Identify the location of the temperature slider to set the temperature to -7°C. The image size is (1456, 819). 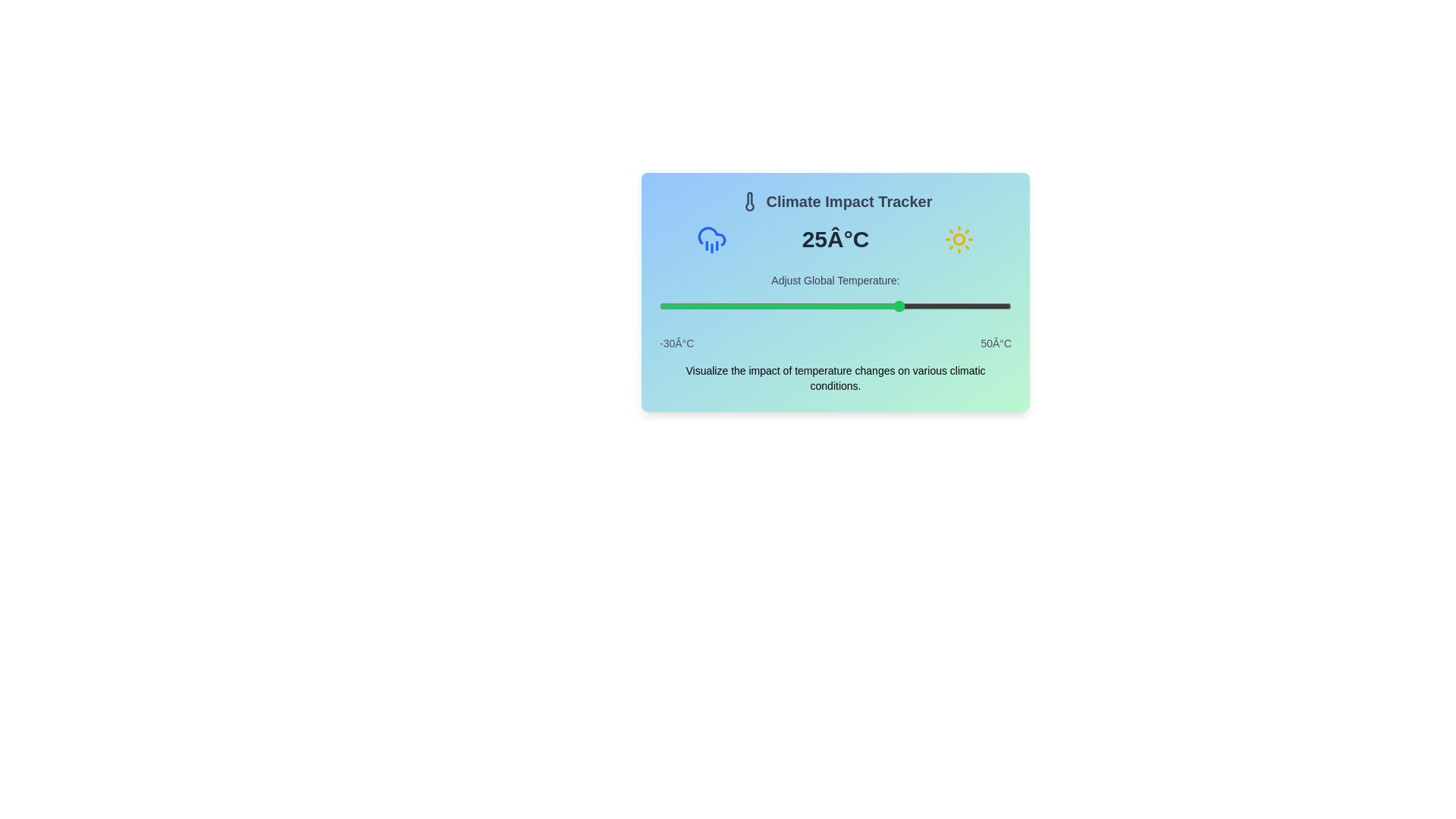
(761, 306).